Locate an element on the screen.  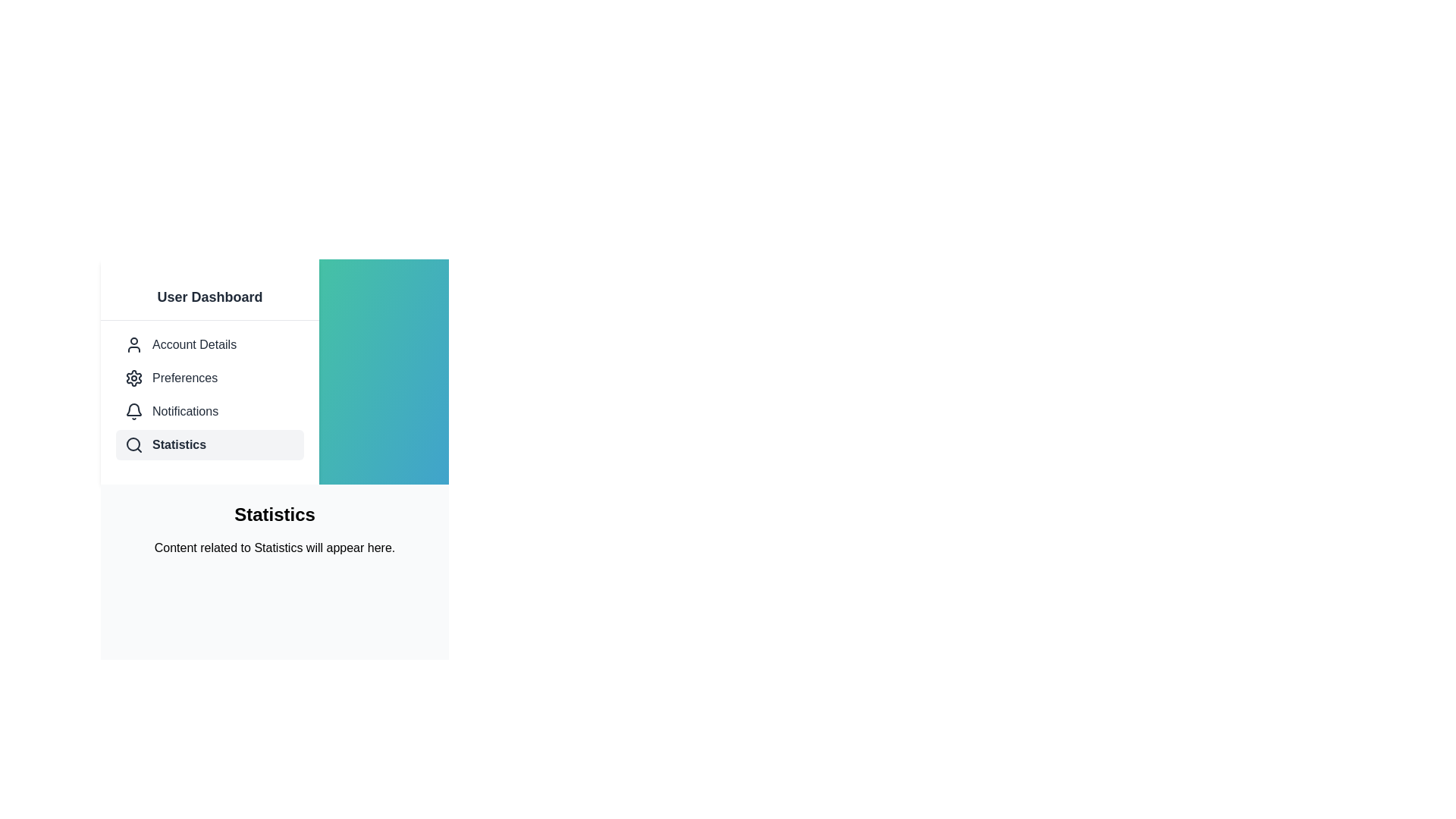
the 'Notifications' text label in the vertical navigation sidebar, which is the third item below 'Preferences' and above 'Statistics' is located at coordinates (184, 412).